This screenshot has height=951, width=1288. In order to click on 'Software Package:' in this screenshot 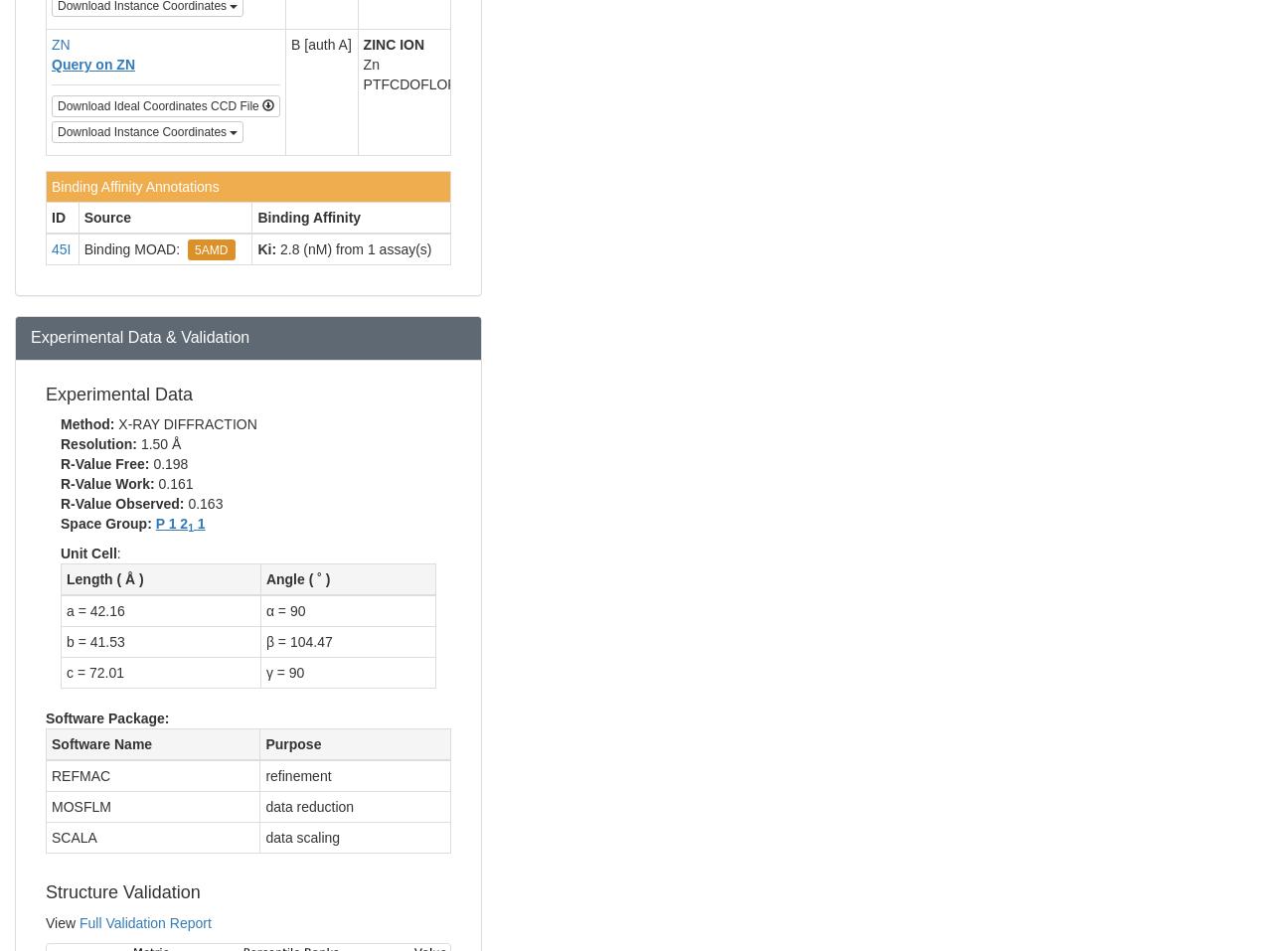, I will do `click(106, 718)`.